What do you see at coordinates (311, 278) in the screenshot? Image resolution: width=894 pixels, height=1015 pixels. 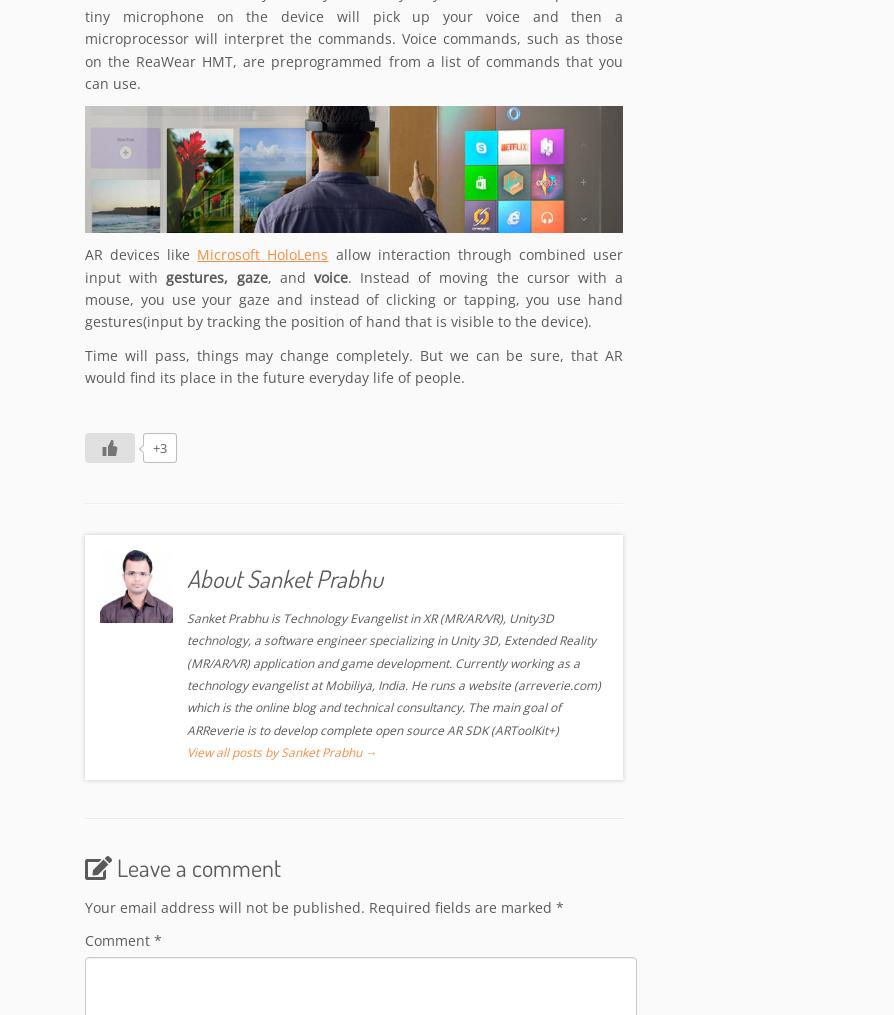 I see `'voice'` at bounding box center [311, 278].